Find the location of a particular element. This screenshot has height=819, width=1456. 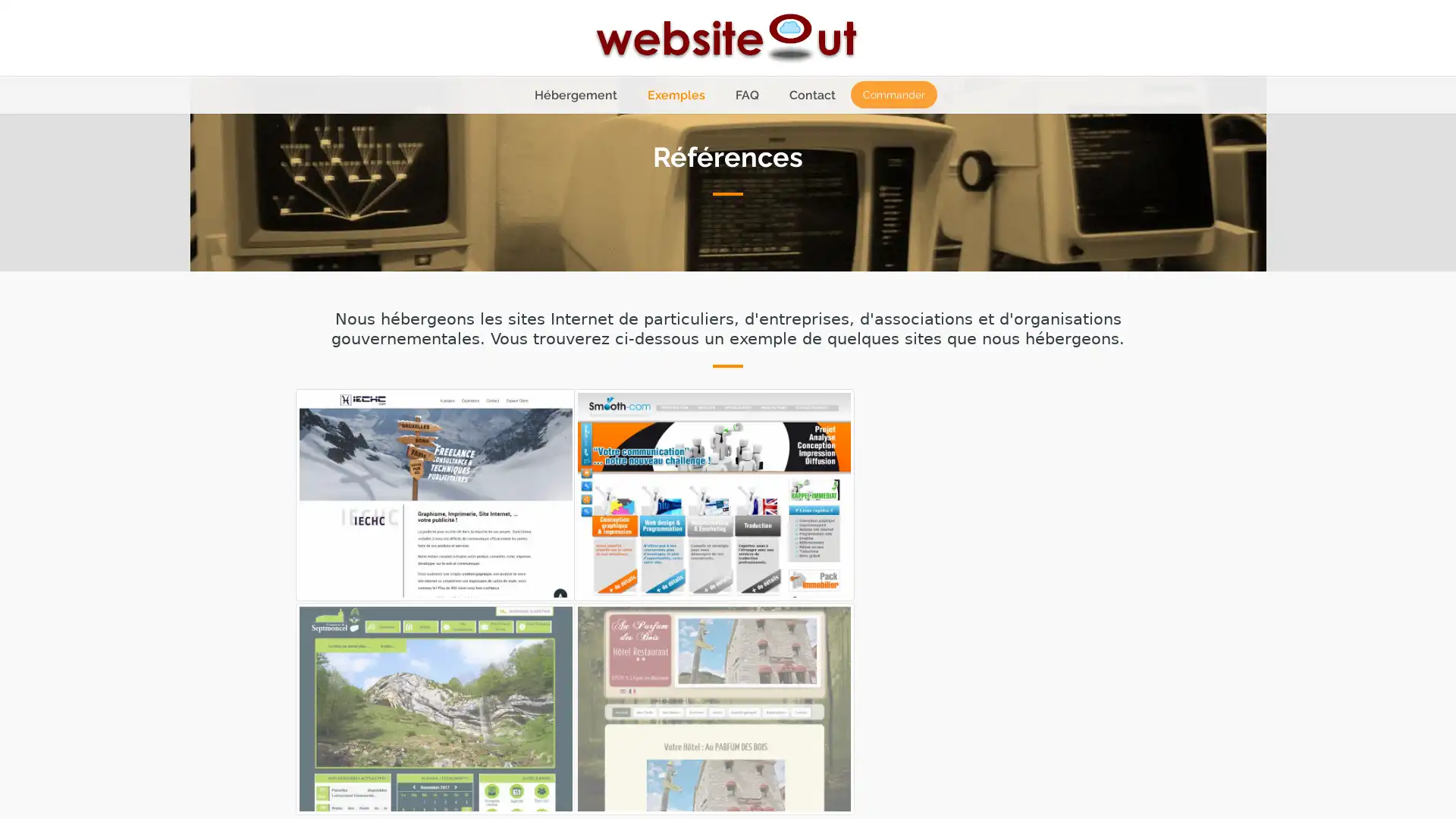

Commander is located at coordinates (893, 94).